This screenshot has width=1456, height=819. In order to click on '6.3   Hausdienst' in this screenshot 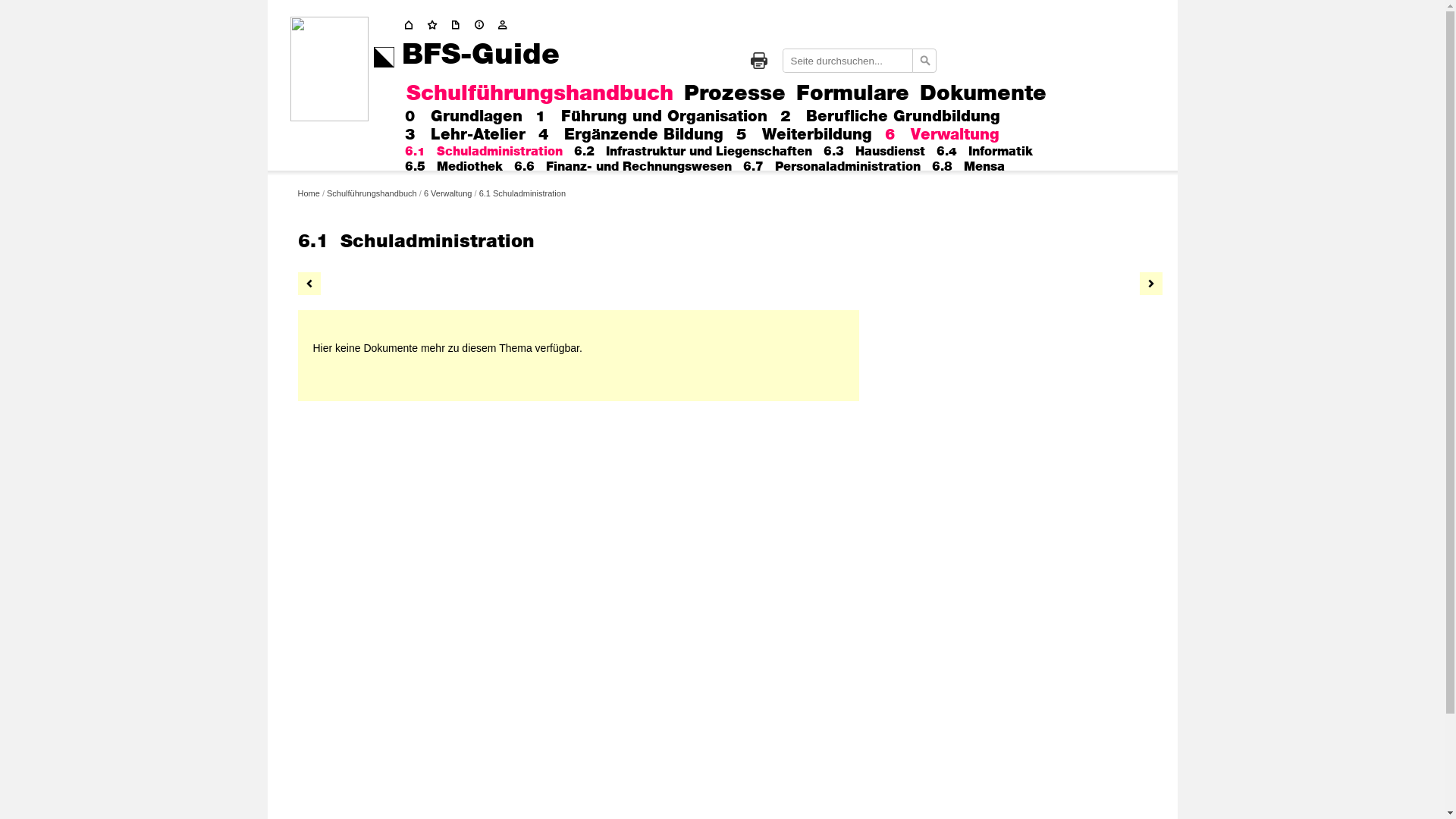, I will do `click(874, 152)`.